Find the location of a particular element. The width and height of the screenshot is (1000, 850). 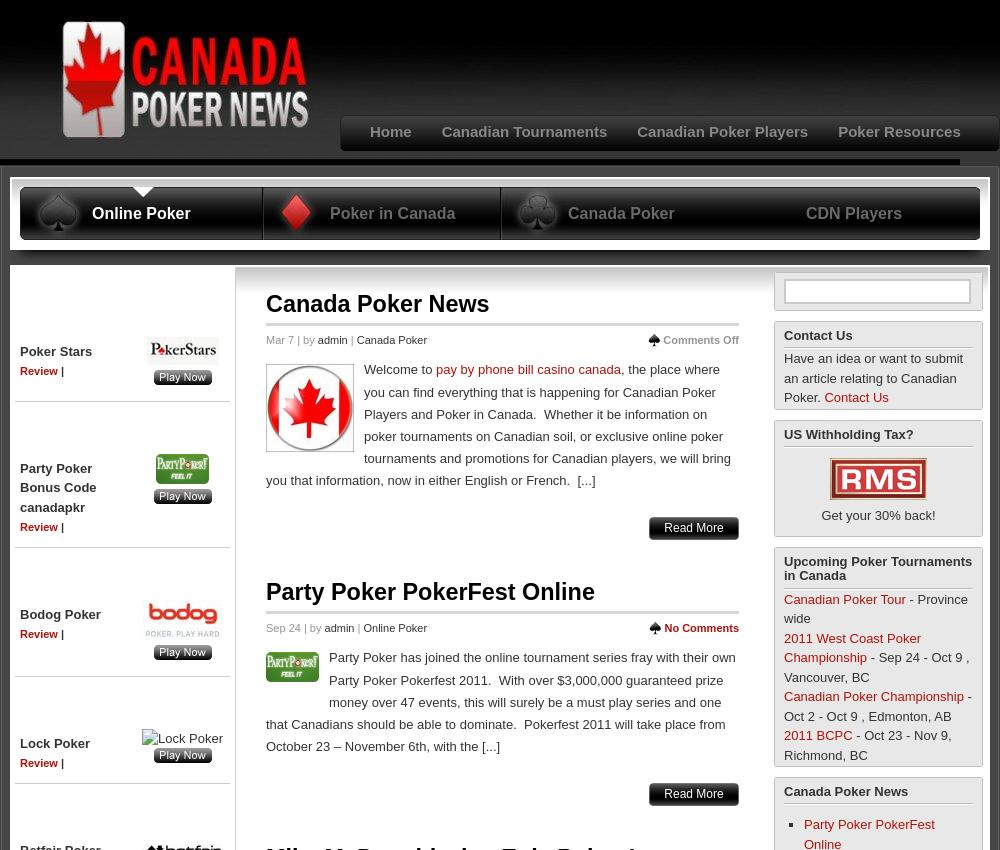

'Canadian Poker Tour' is located at coordinates (843, 597).